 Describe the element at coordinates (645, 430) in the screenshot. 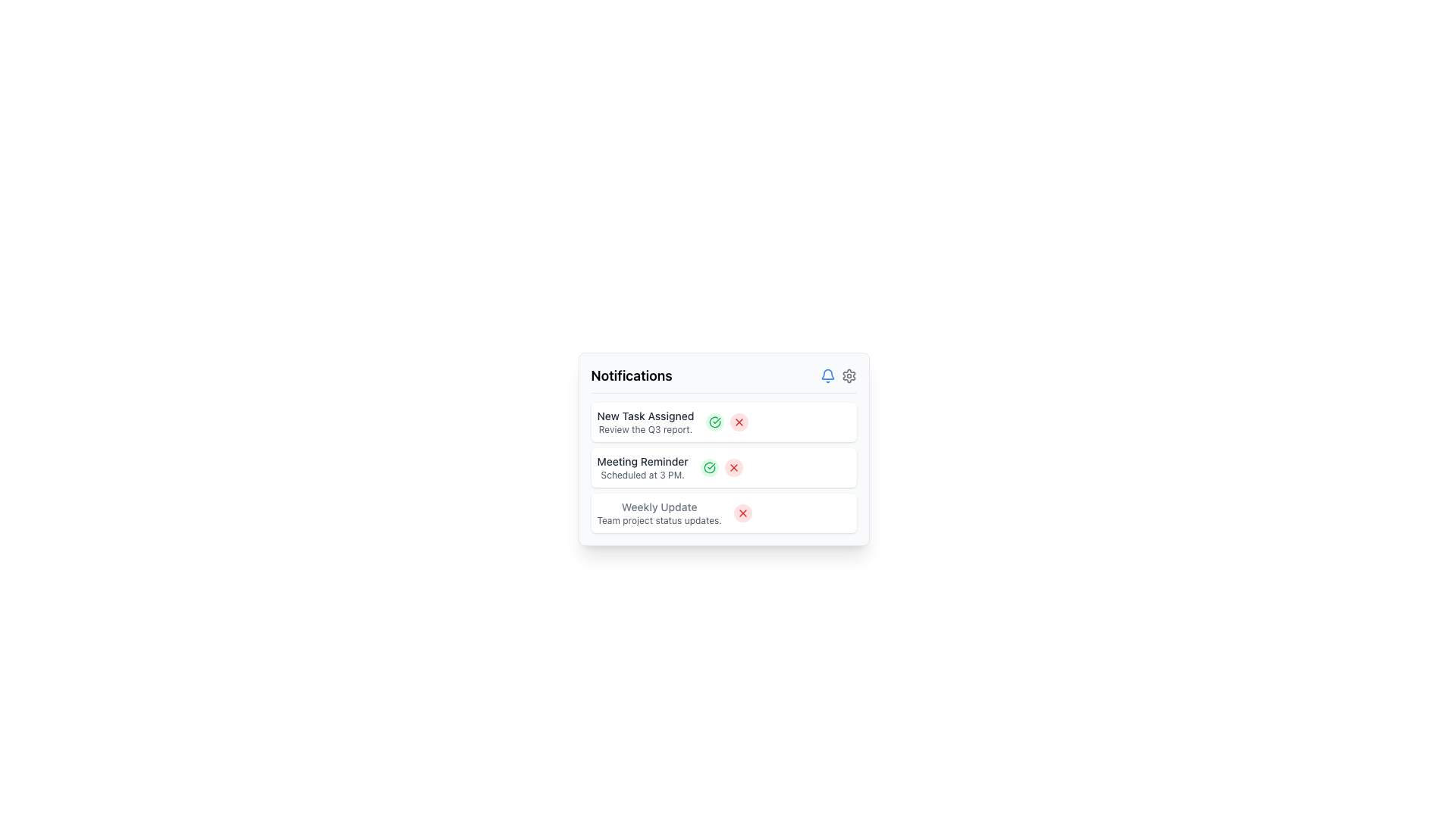

I see `the text label displaying 'Review the Q3 report.' located under the bold text 'New Task Assigned' within the notification card` at that location.